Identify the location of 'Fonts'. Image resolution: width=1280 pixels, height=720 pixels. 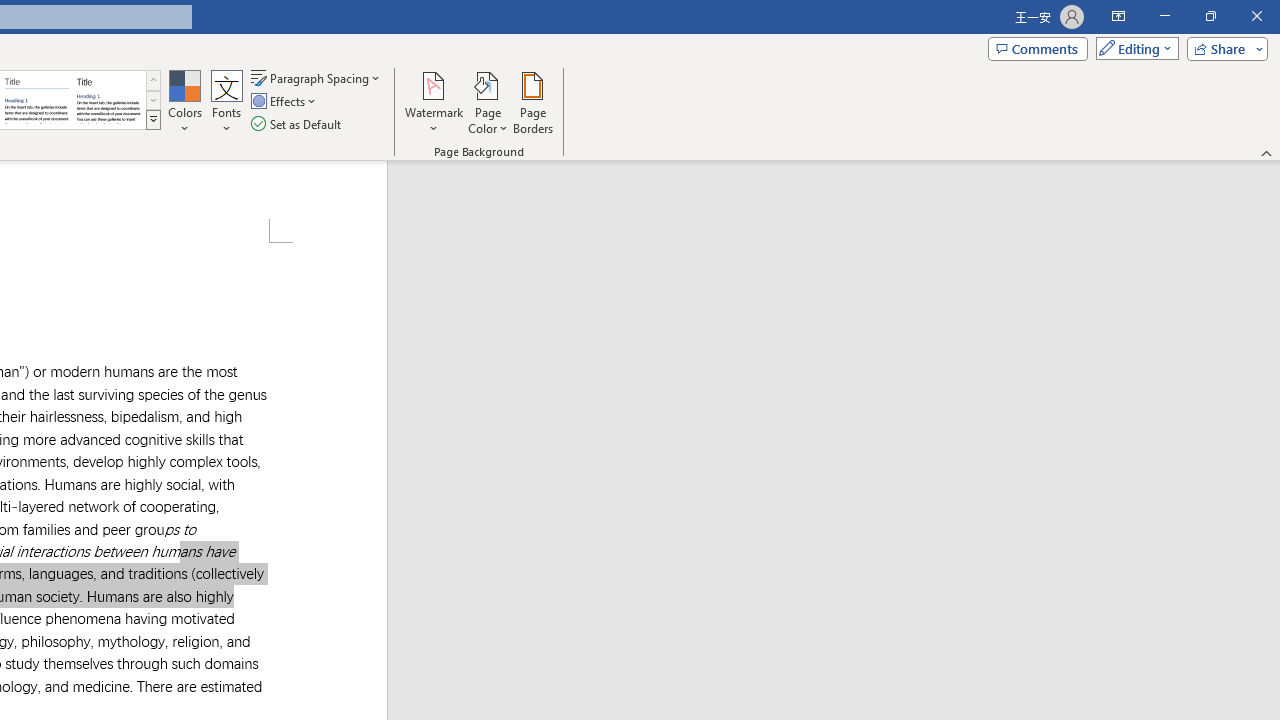
(227, 103).